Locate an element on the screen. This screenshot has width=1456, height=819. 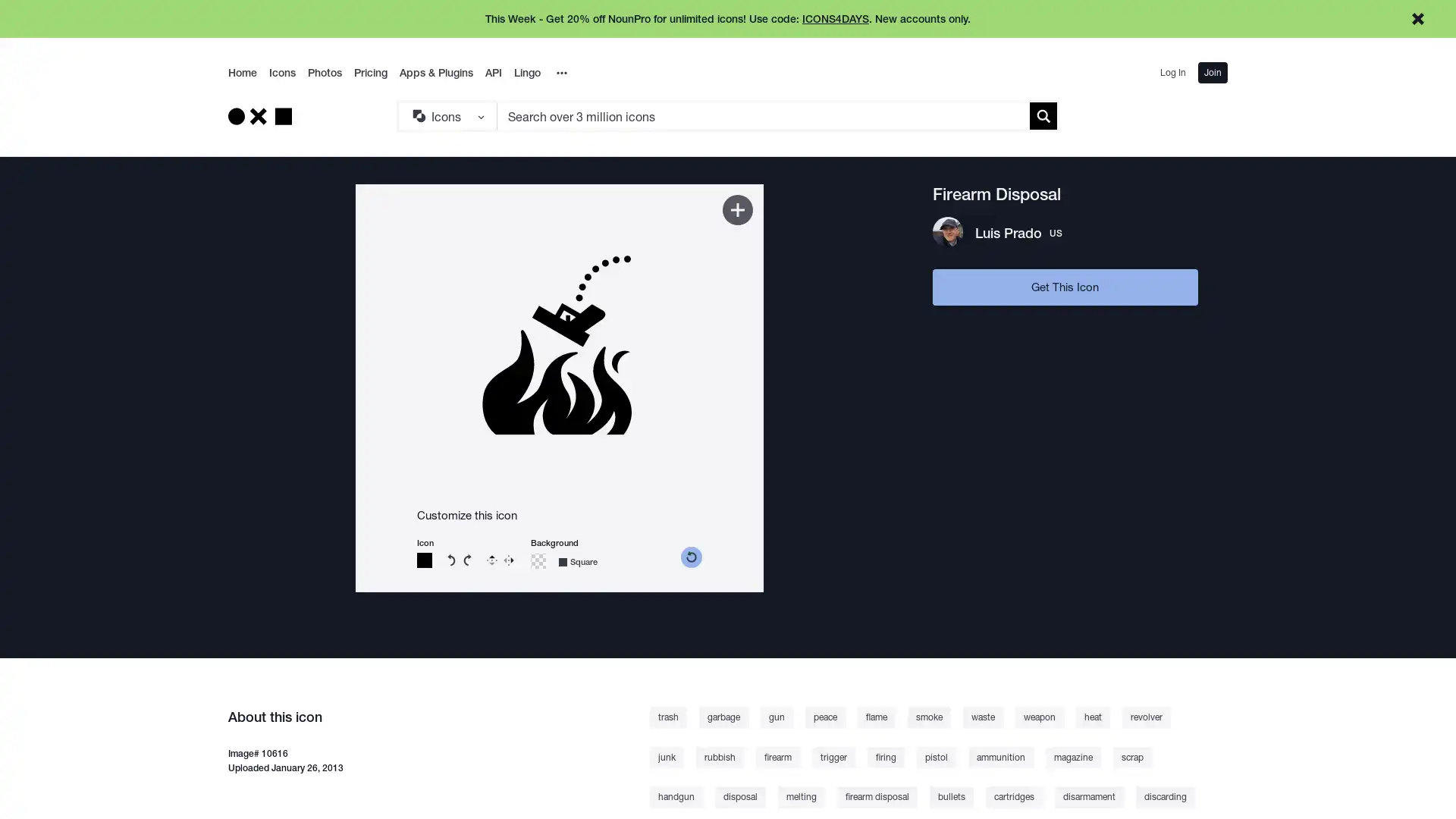
Overflow Menu is located at coordinates (560, 73).